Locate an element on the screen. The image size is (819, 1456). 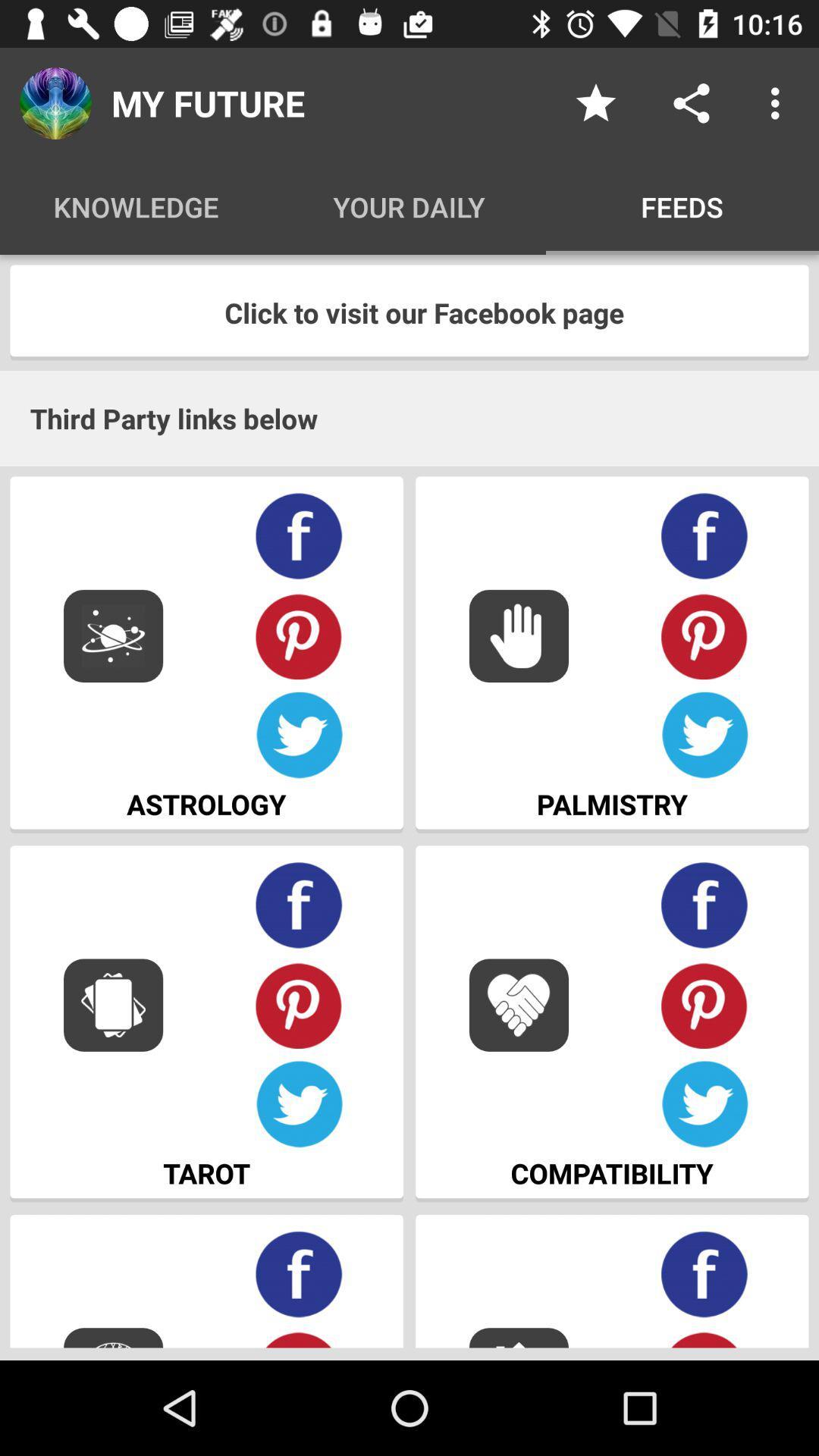
share on pinterest is located at coordinates (704, 1005).